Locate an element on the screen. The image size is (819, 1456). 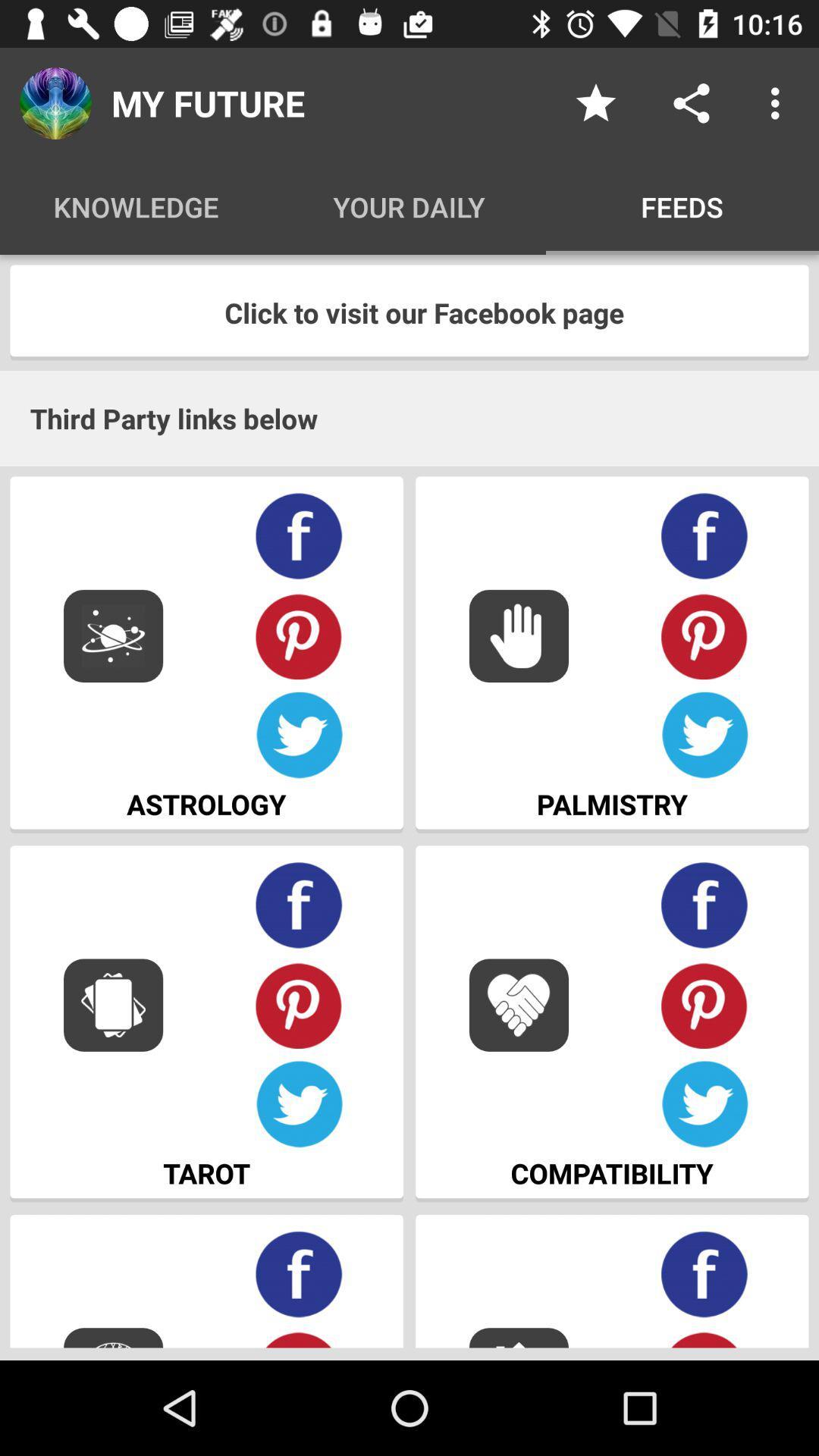
share on pinterest is located at coordinates (704, 1005).